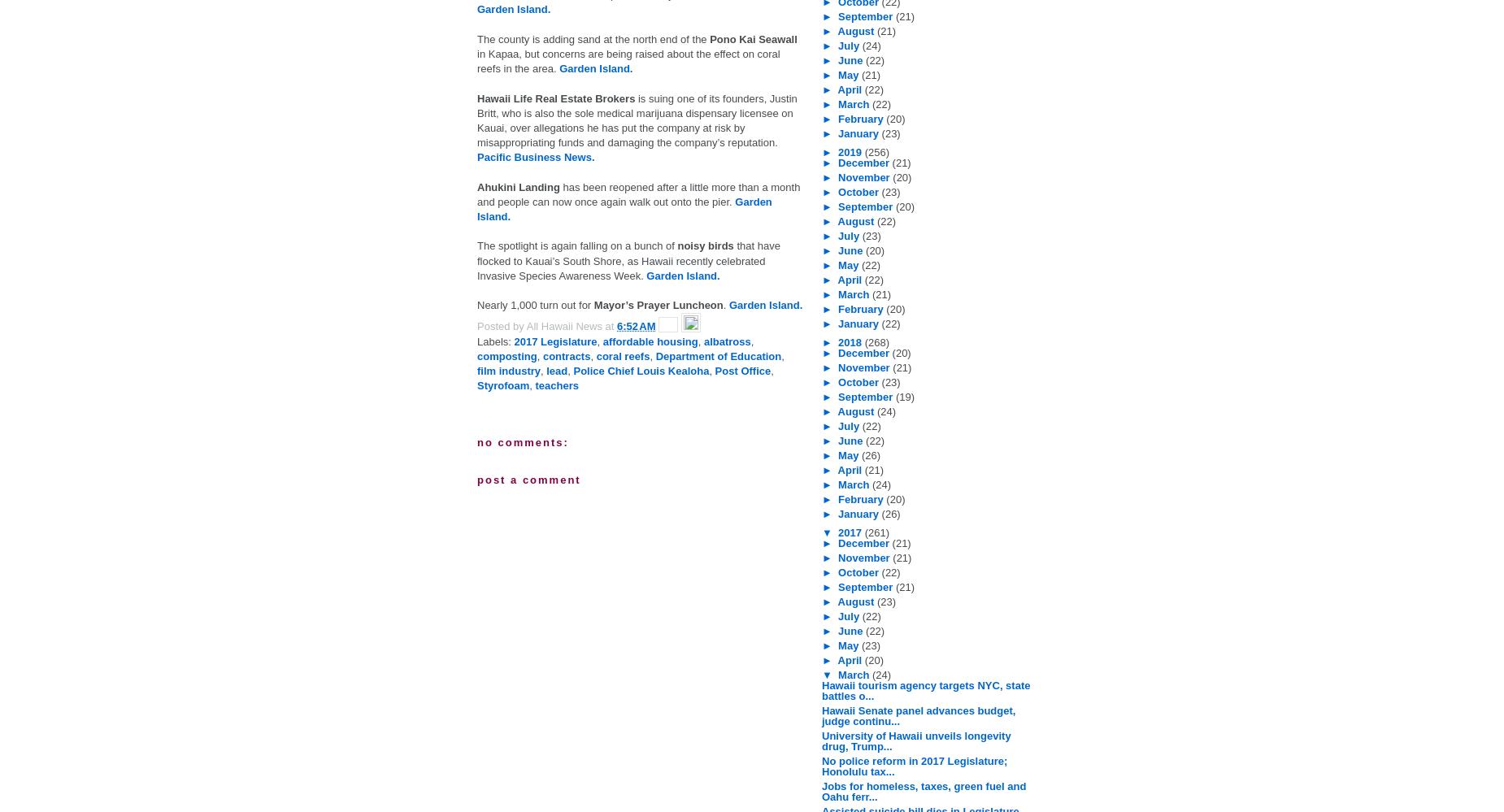 Image resolution: width=1504 pixels, height=812 pixels. What do you see at coordinates (726, 340) in the screenshot?
I see `'albatross'` at bounding box center [726, 340].